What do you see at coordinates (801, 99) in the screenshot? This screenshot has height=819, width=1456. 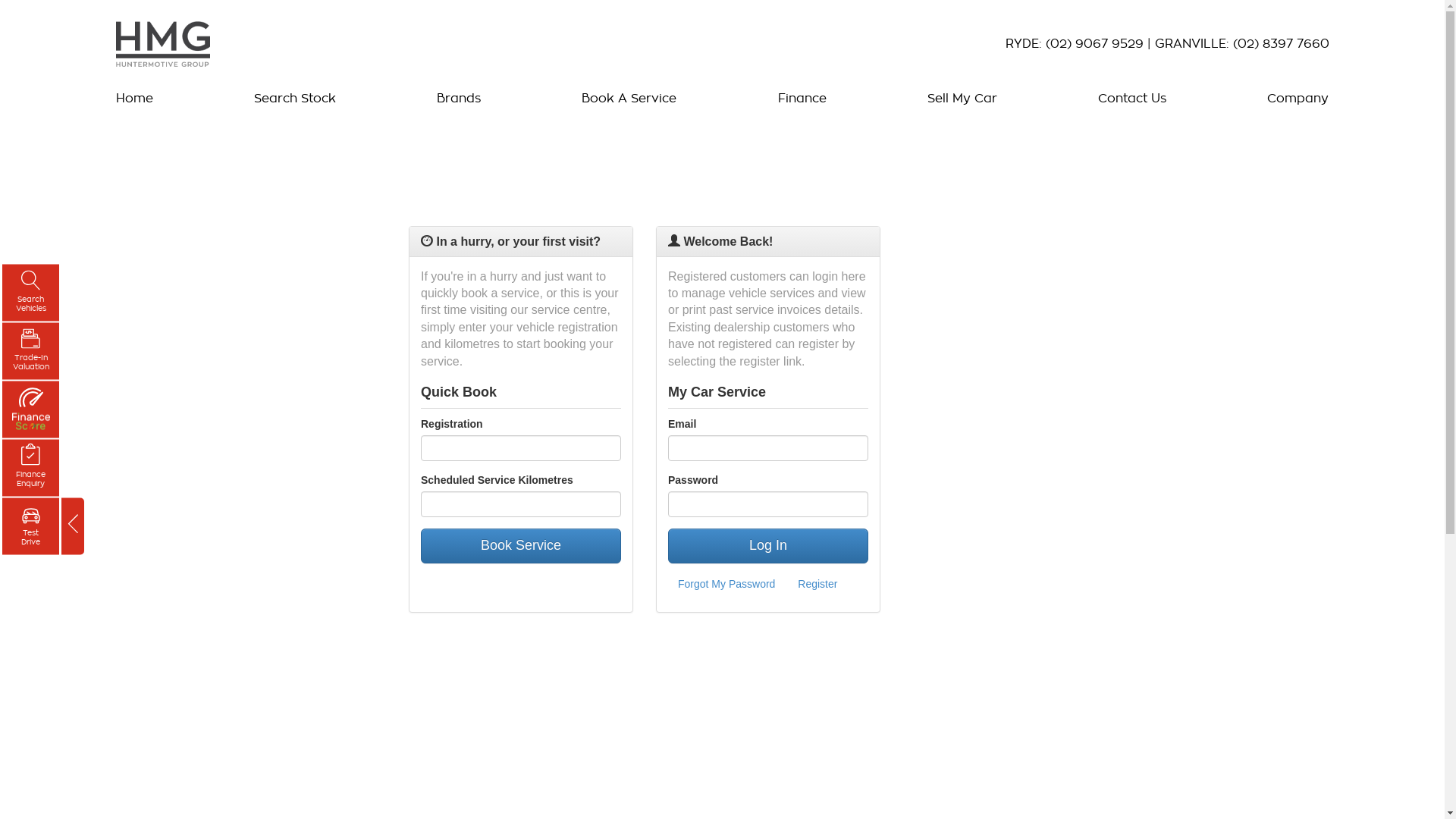 I see `'Finance'` at bounding box center [801, 99].